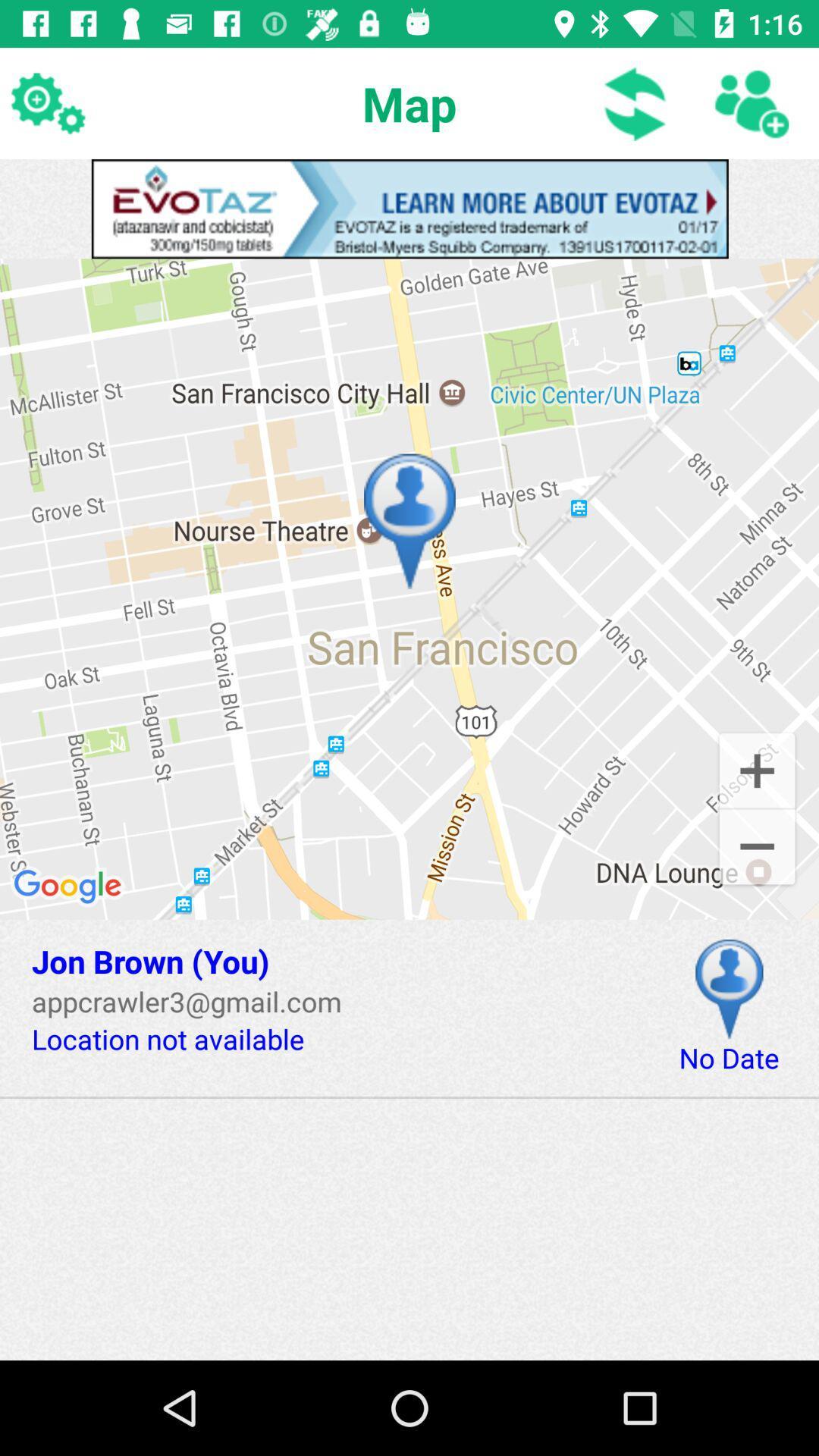 The image size is (819, 1456). Describe the element at coordinates (757, 769) in the screenshot. I see `the add icon` at that location.